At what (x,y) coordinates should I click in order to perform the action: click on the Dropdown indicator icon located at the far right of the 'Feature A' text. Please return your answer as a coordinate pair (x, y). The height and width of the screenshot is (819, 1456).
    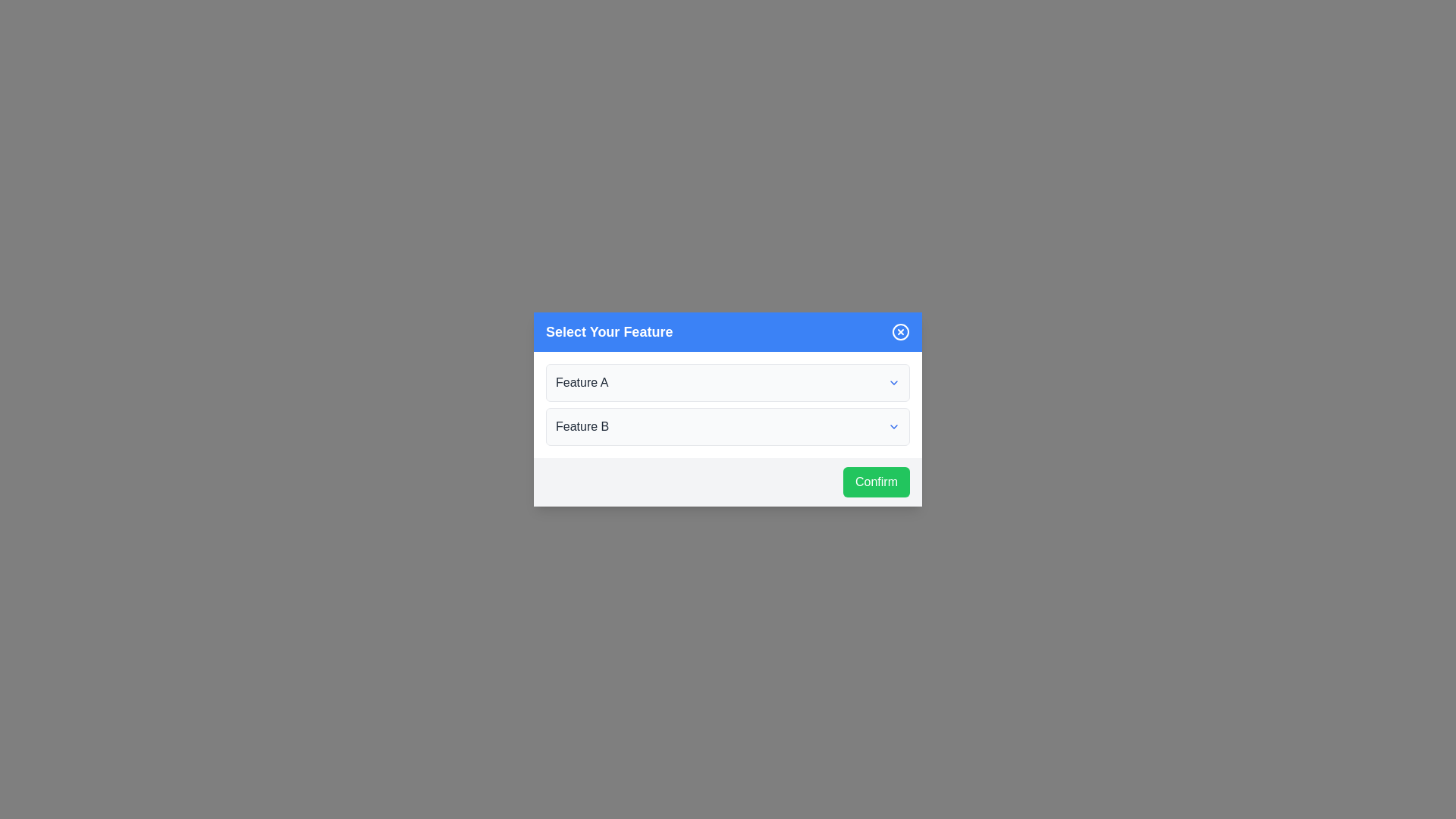
    Looking at the image, I should click on (894, 382).